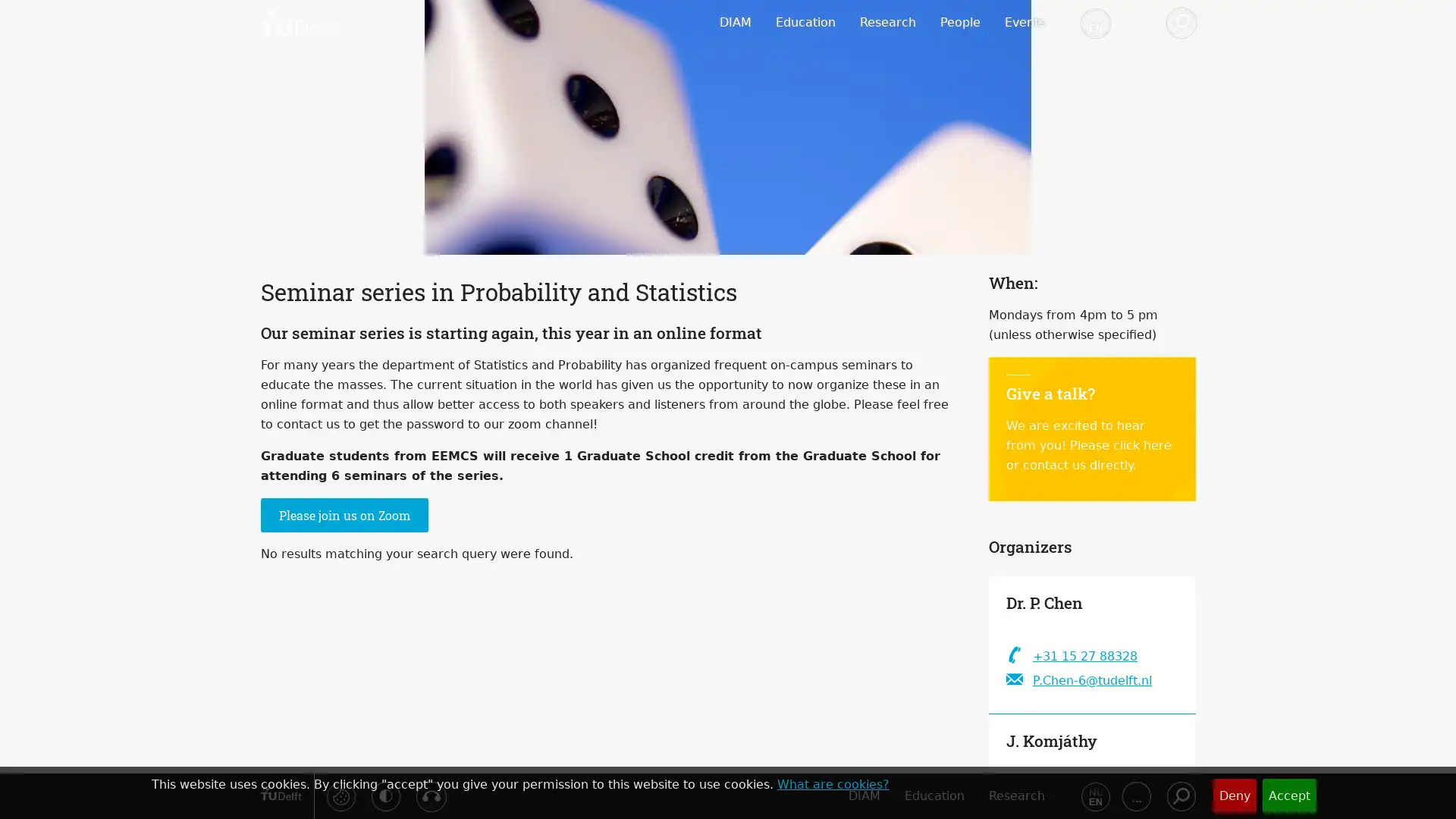 This screenshot has height=819, width=1456. What do you see at coordinates (1179, 795) in the screenshot?
I see `Search` at bounding box center [1179, 795].